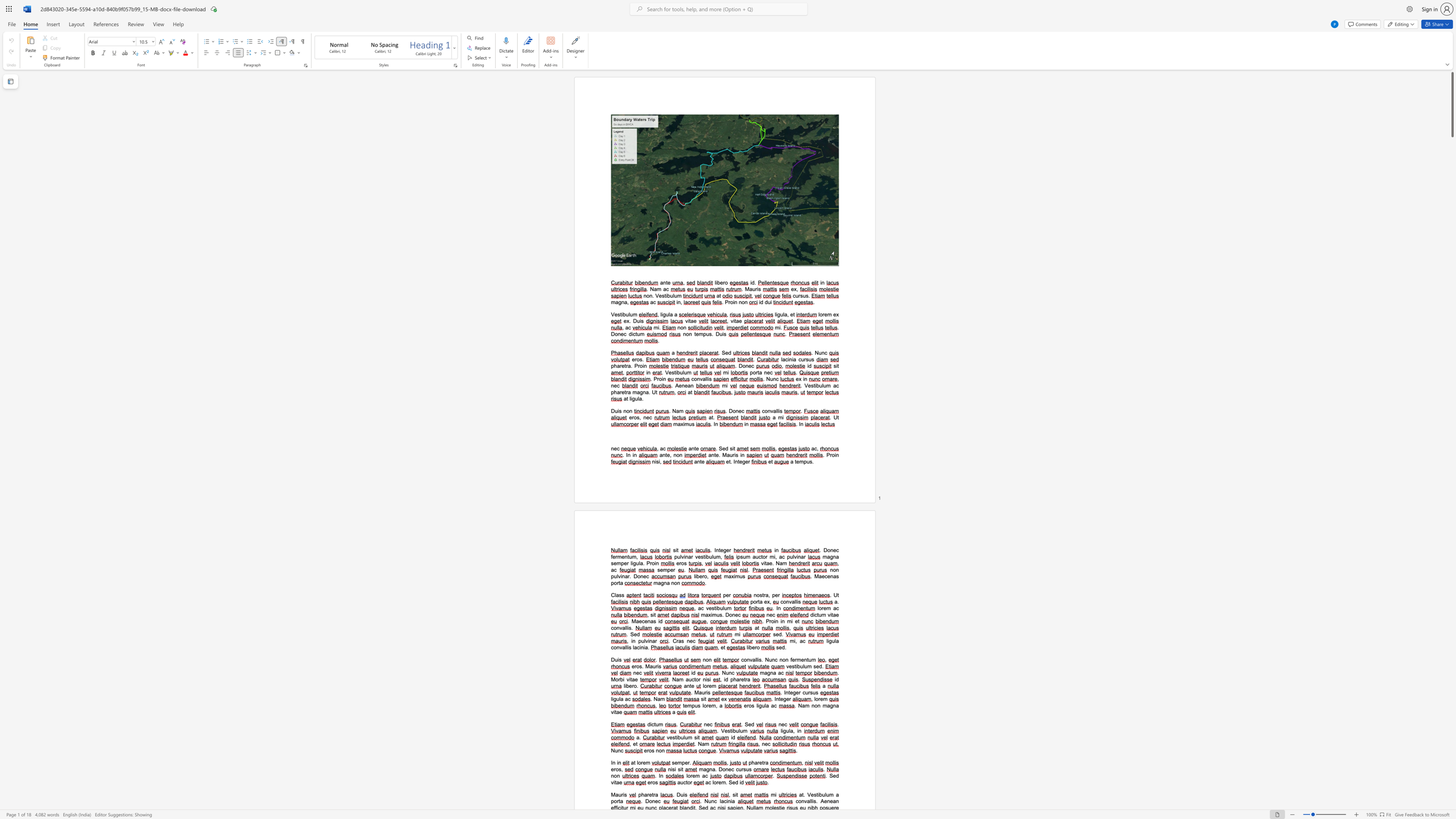 This screenshot has width=1456, height=819. What do you see at coordinates (672, 769) in the screenshot?
I see `the space between the continuous character "i" and "s" in the text` at bounding box center [672, 769].